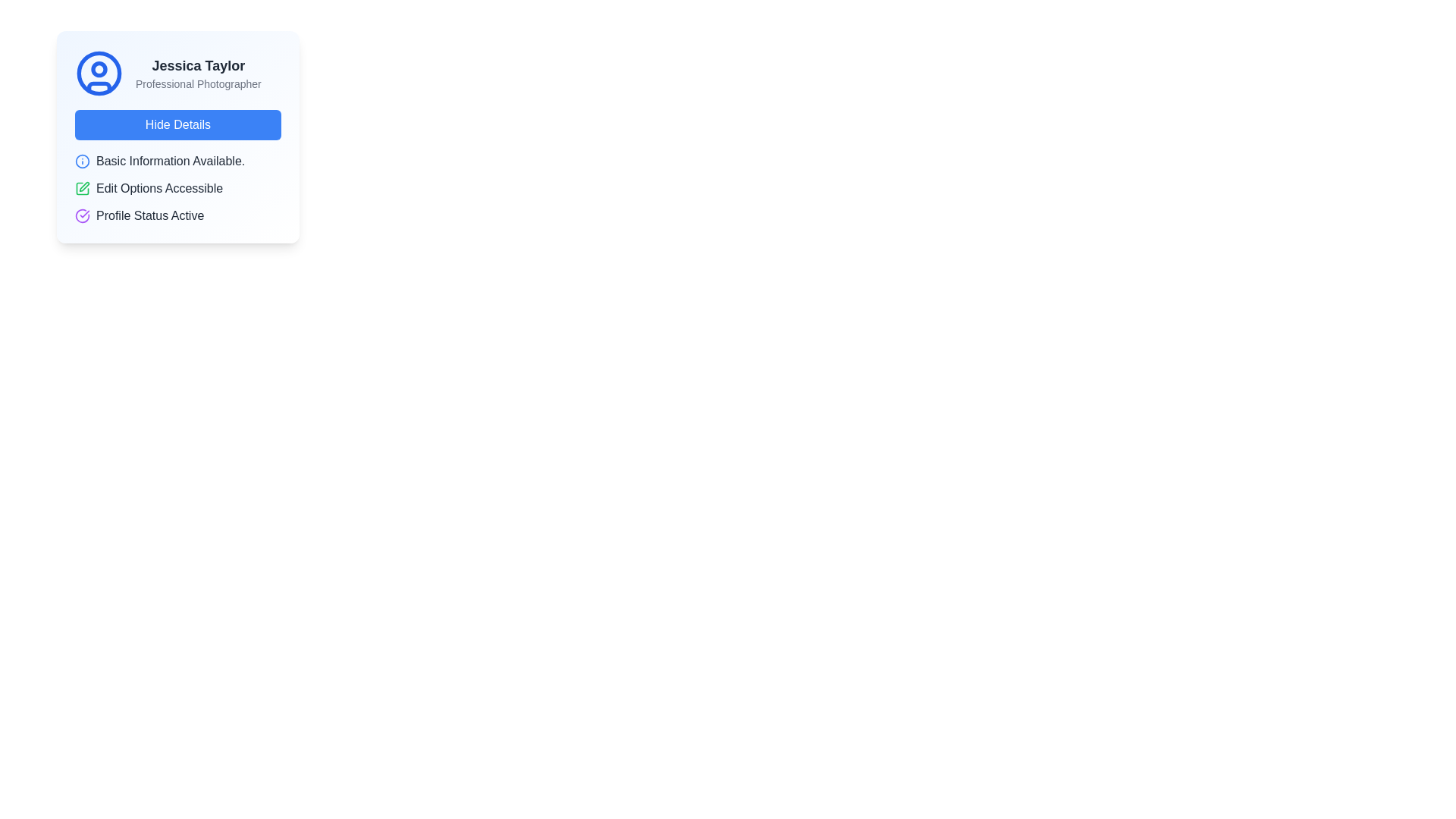 The image size is (1456, 819). Describe the element at coordinates (159, 188) in the screenshot. I see `the textual label displaying 'Edit Options Accessible', which is styled in dark gray and aligned with a green pen icon to its left, located in the middle of a vertical list within a card-style panel` at that location.